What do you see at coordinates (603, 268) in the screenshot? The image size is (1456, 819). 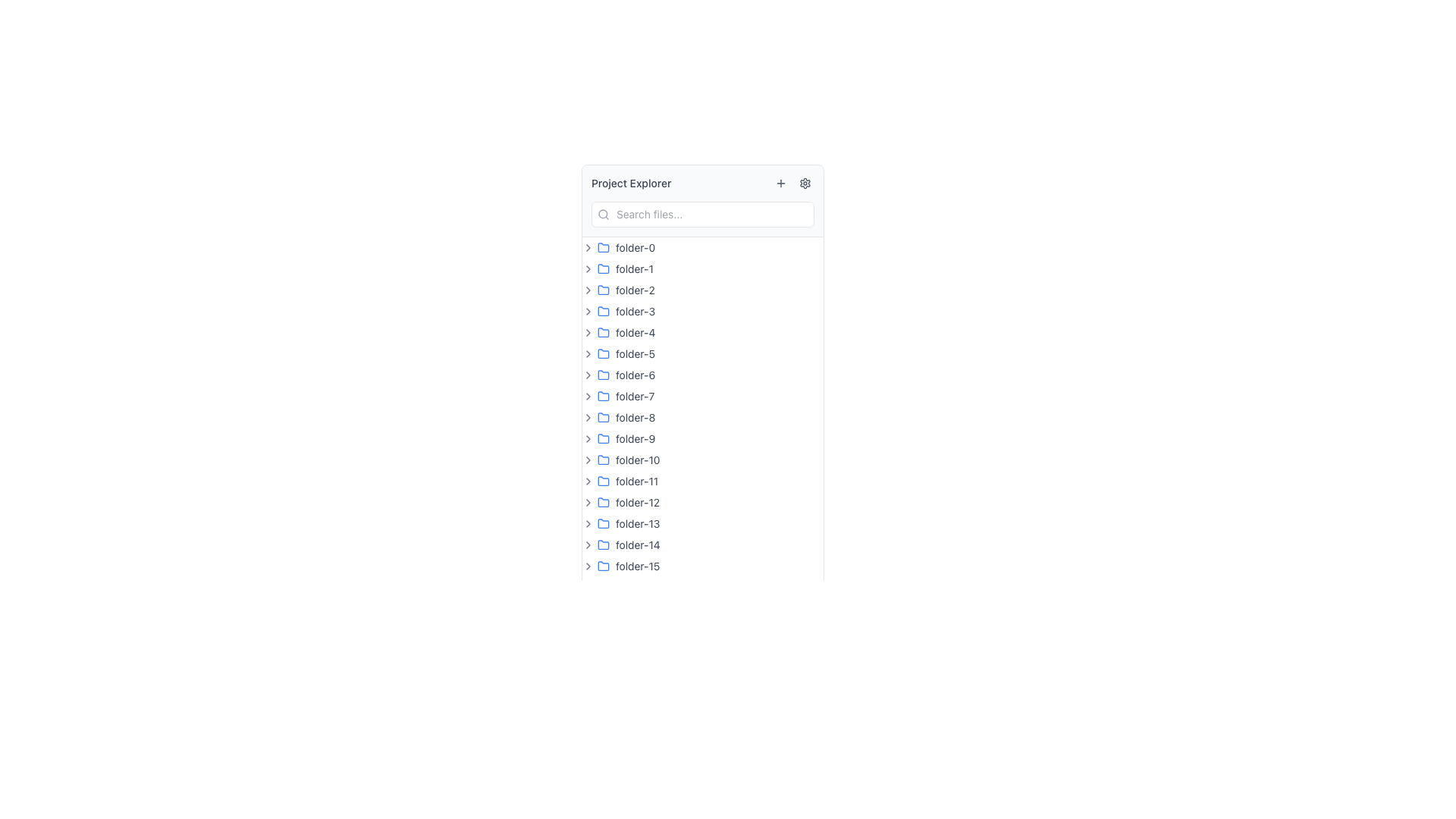 I see `the folder icon visually indicating 'folder-1', which is the second element from the left in the project explorer` at bounding box center [603, 268].